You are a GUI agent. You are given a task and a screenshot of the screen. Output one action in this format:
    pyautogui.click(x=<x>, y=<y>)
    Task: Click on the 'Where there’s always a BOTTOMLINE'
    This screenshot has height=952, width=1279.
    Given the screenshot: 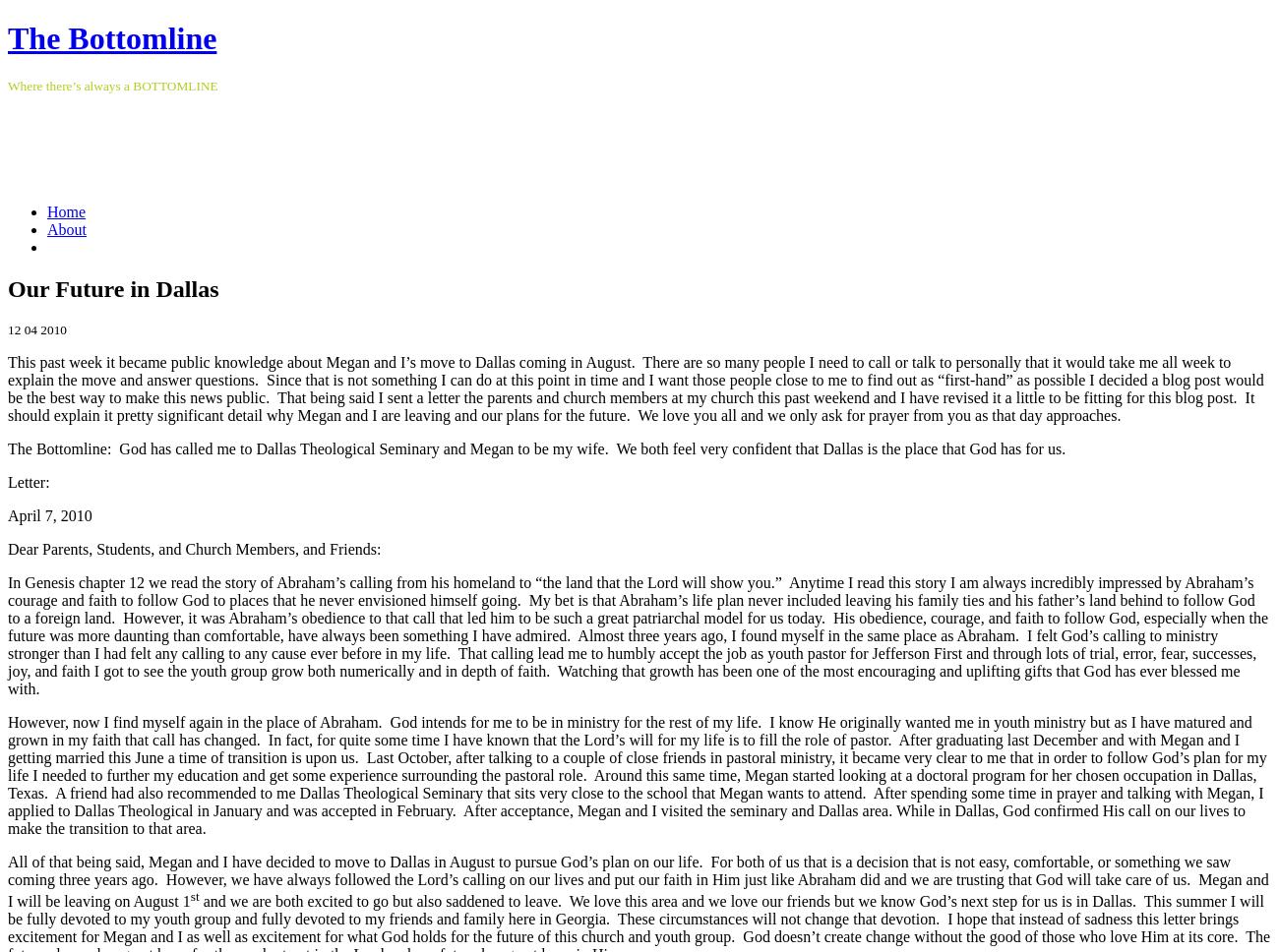 What is the action you would take?
    pyautogui.click(x=111, y=85)
    